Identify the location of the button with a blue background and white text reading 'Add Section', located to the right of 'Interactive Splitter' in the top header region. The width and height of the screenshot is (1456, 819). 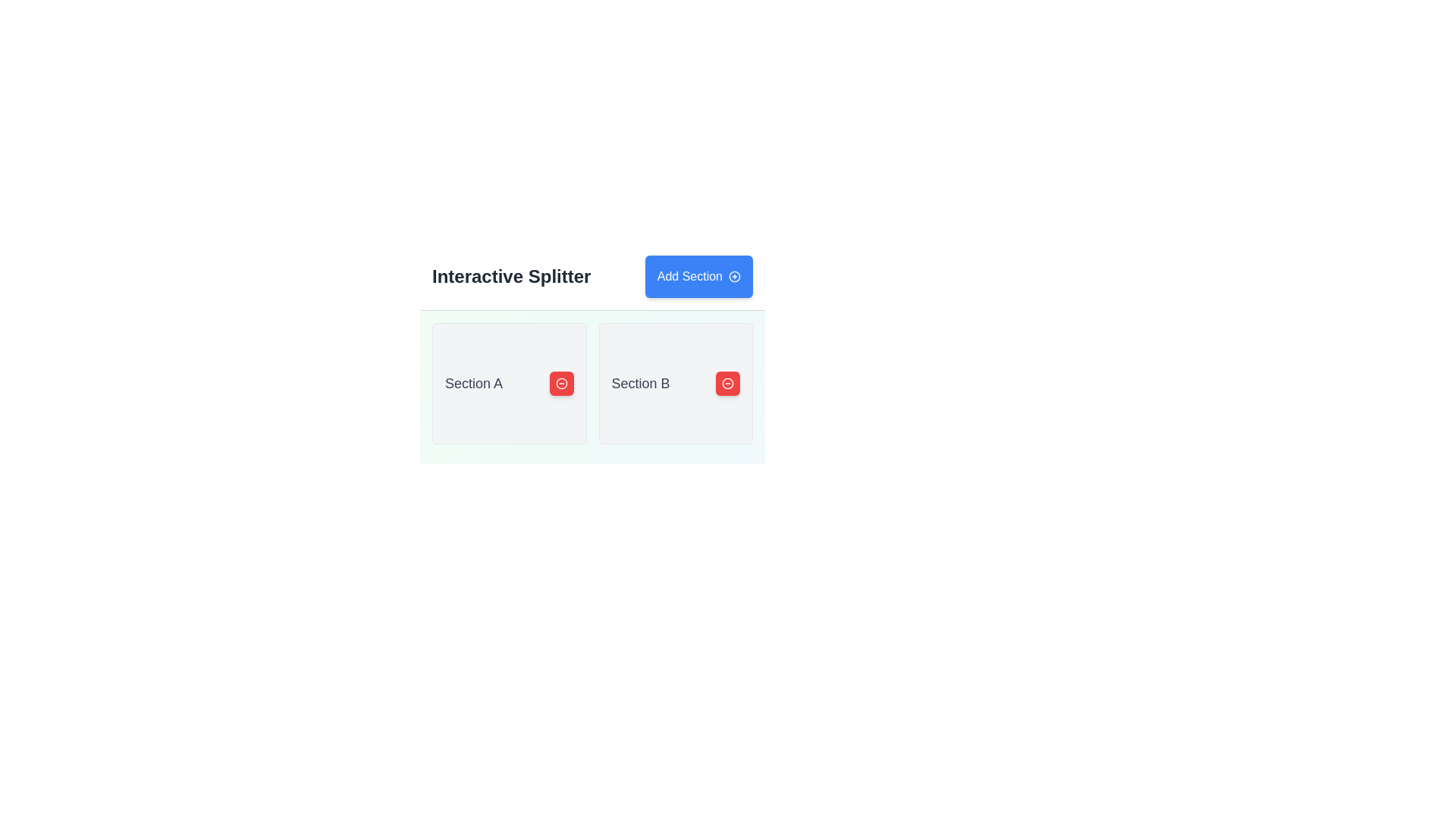
(698, 277).